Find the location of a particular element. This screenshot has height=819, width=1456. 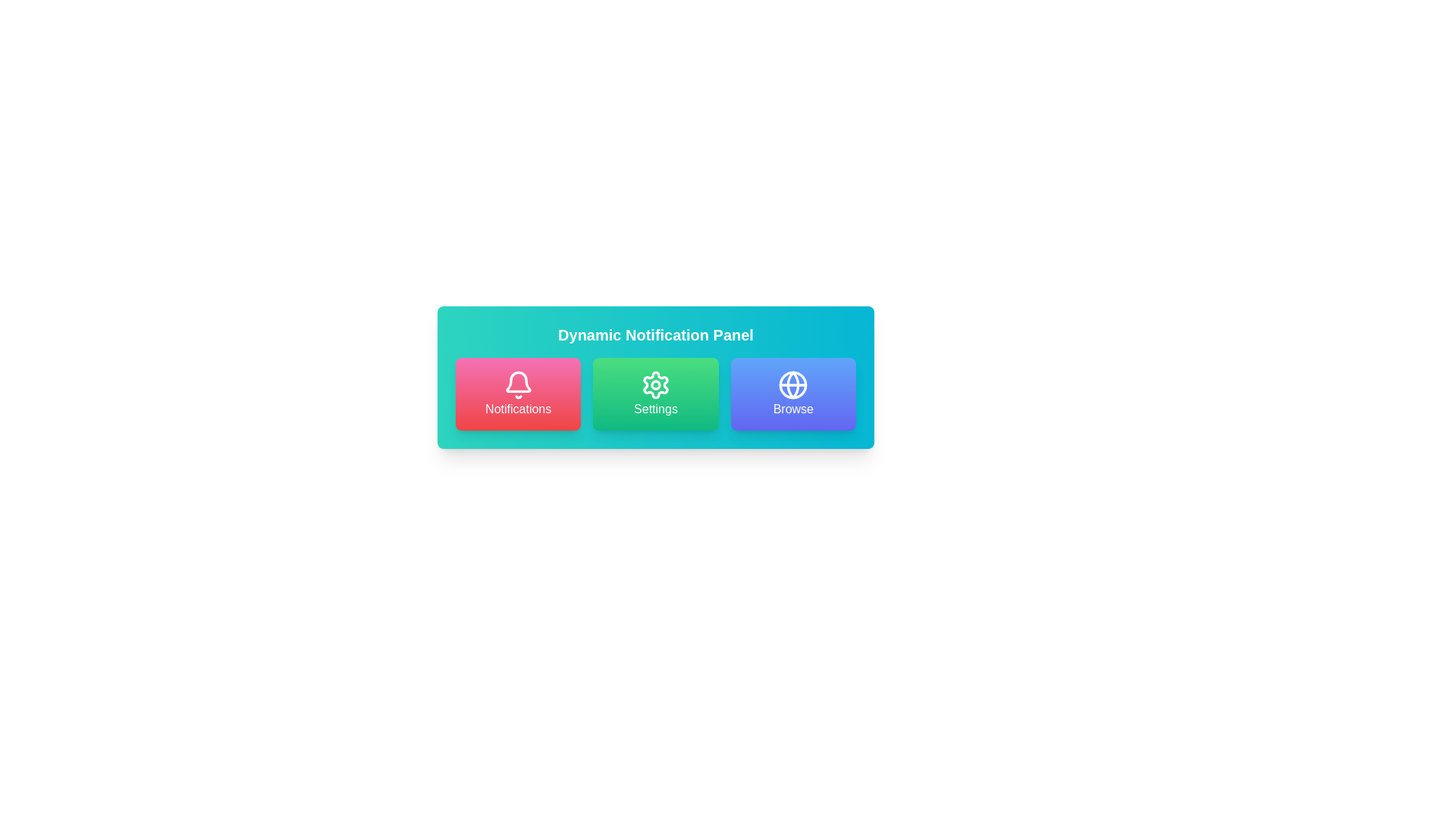

the static text element that displays the section title, which is styled and centered horizontally above the buttons labeled 'Notifications', 'Settings', and 'Browse' is located at coordinates (655, 334).